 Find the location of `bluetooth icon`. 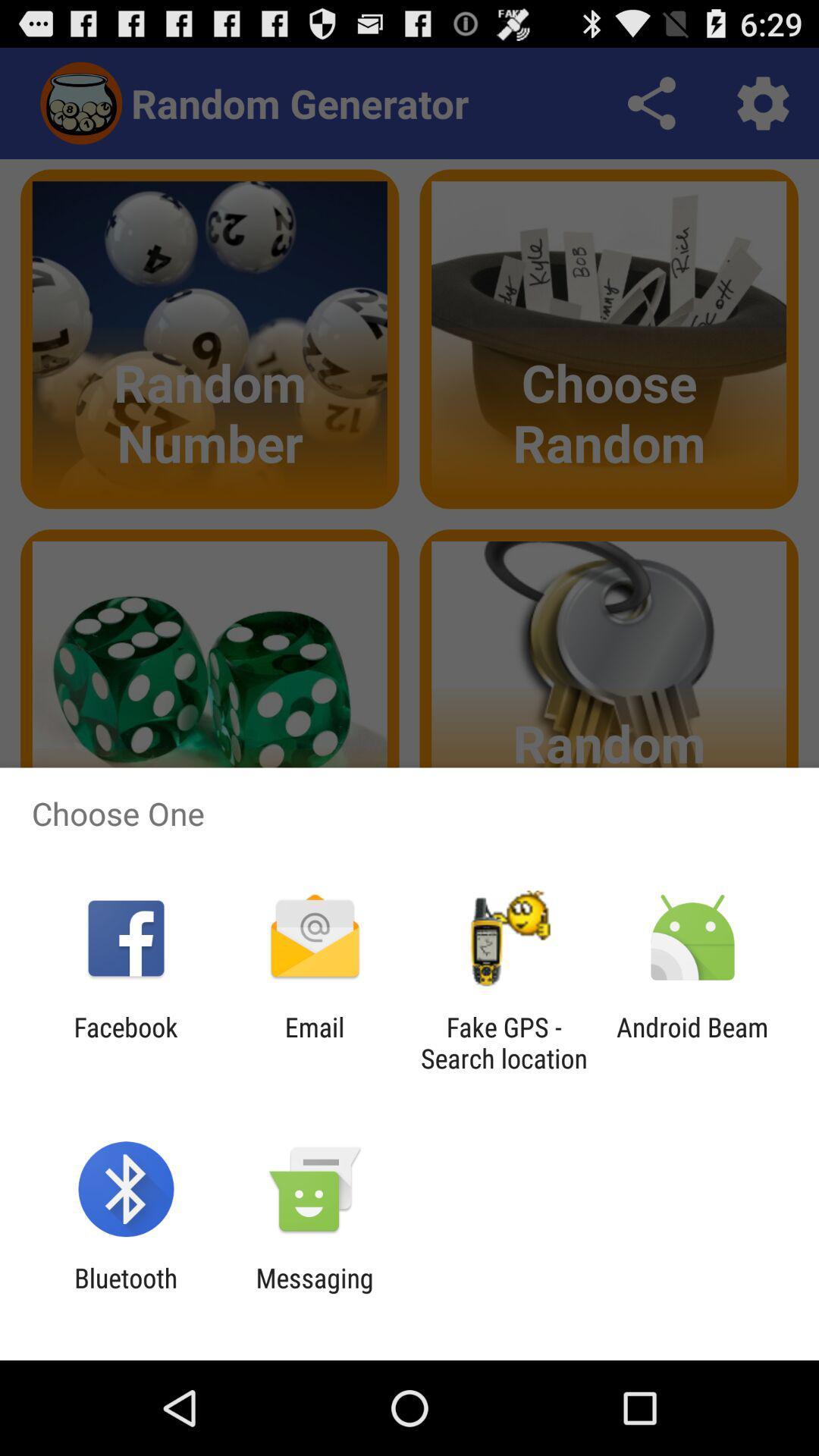

bluetooth icon is located at coordinates (125, 1293).